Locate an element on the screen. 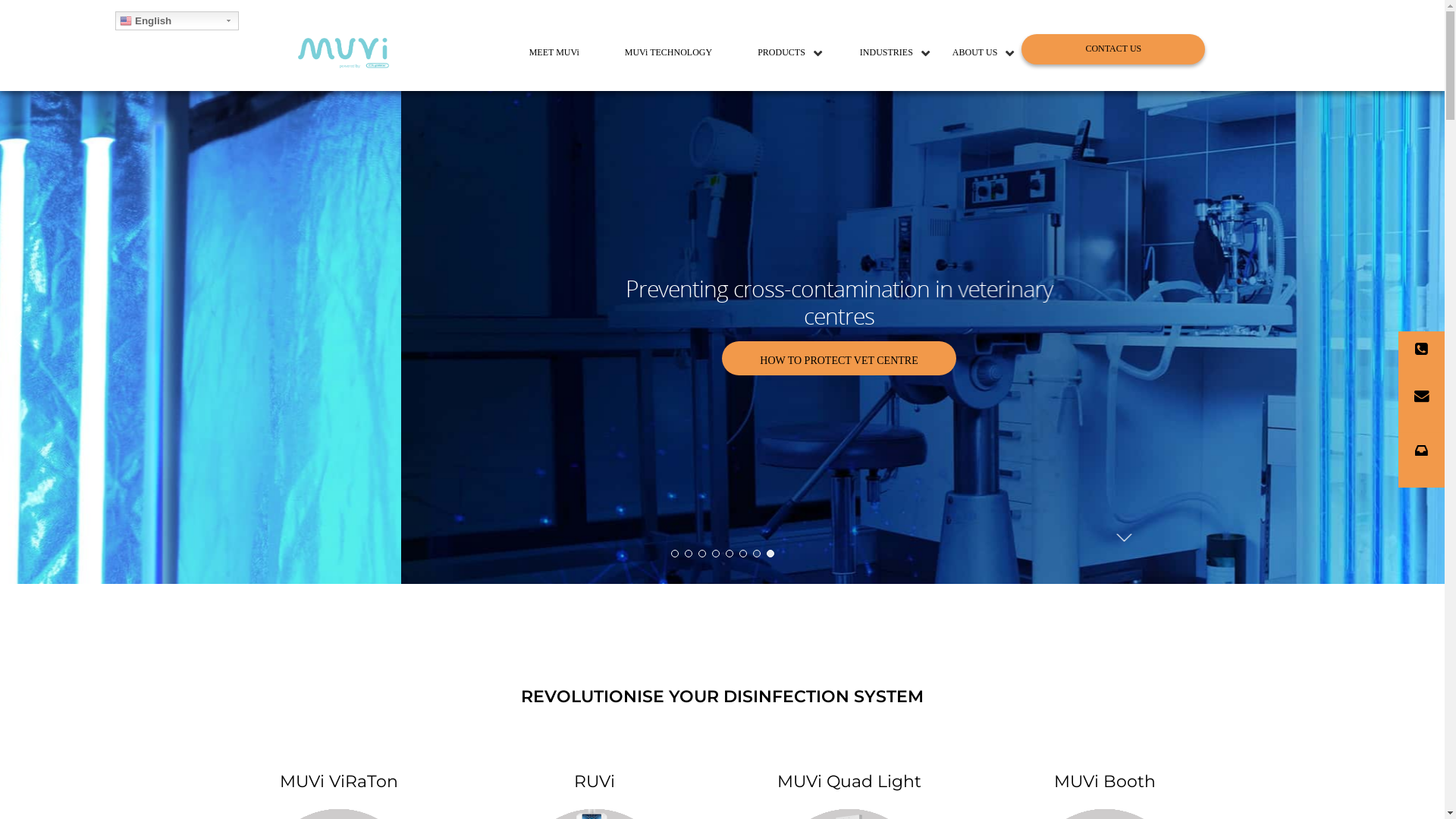  'English' is located at coordinates (177, 20).